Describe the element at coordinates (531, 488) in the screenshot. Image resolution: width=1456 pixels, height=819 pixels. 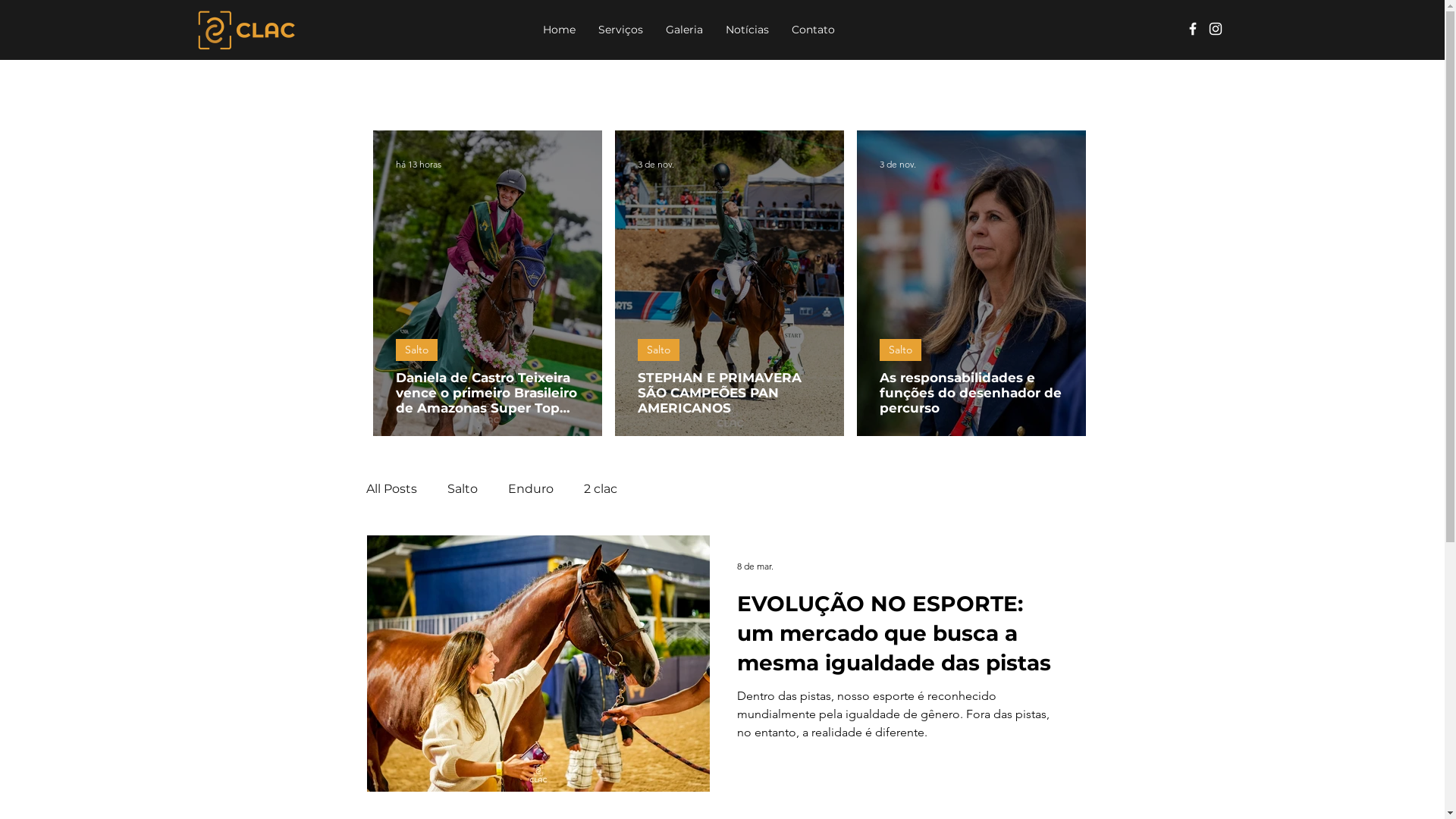
I see `'Enduro'` at that location.